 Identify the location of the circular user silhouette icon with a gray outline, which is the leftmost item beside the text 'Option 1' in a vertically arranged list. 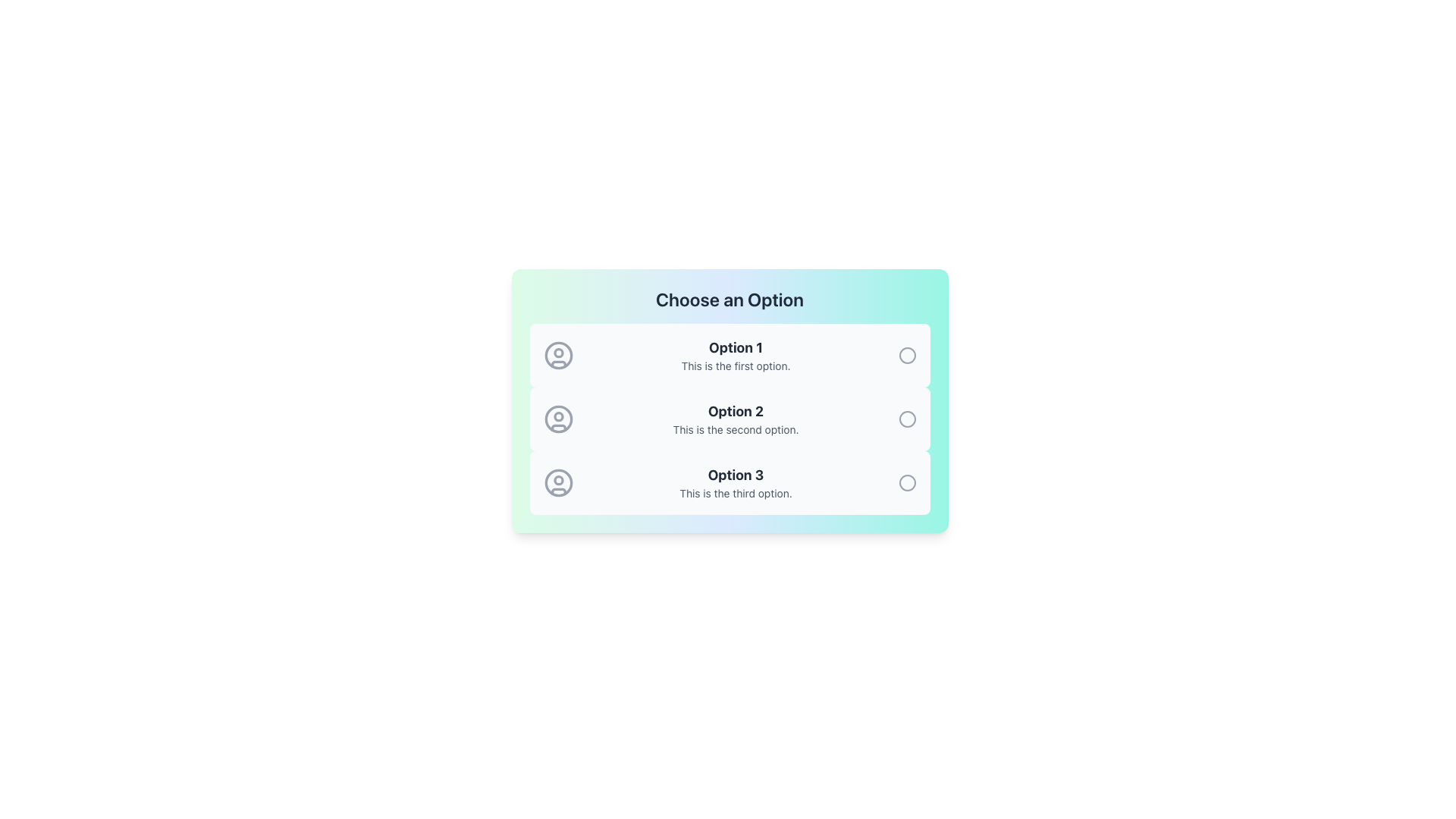
(557, 356).